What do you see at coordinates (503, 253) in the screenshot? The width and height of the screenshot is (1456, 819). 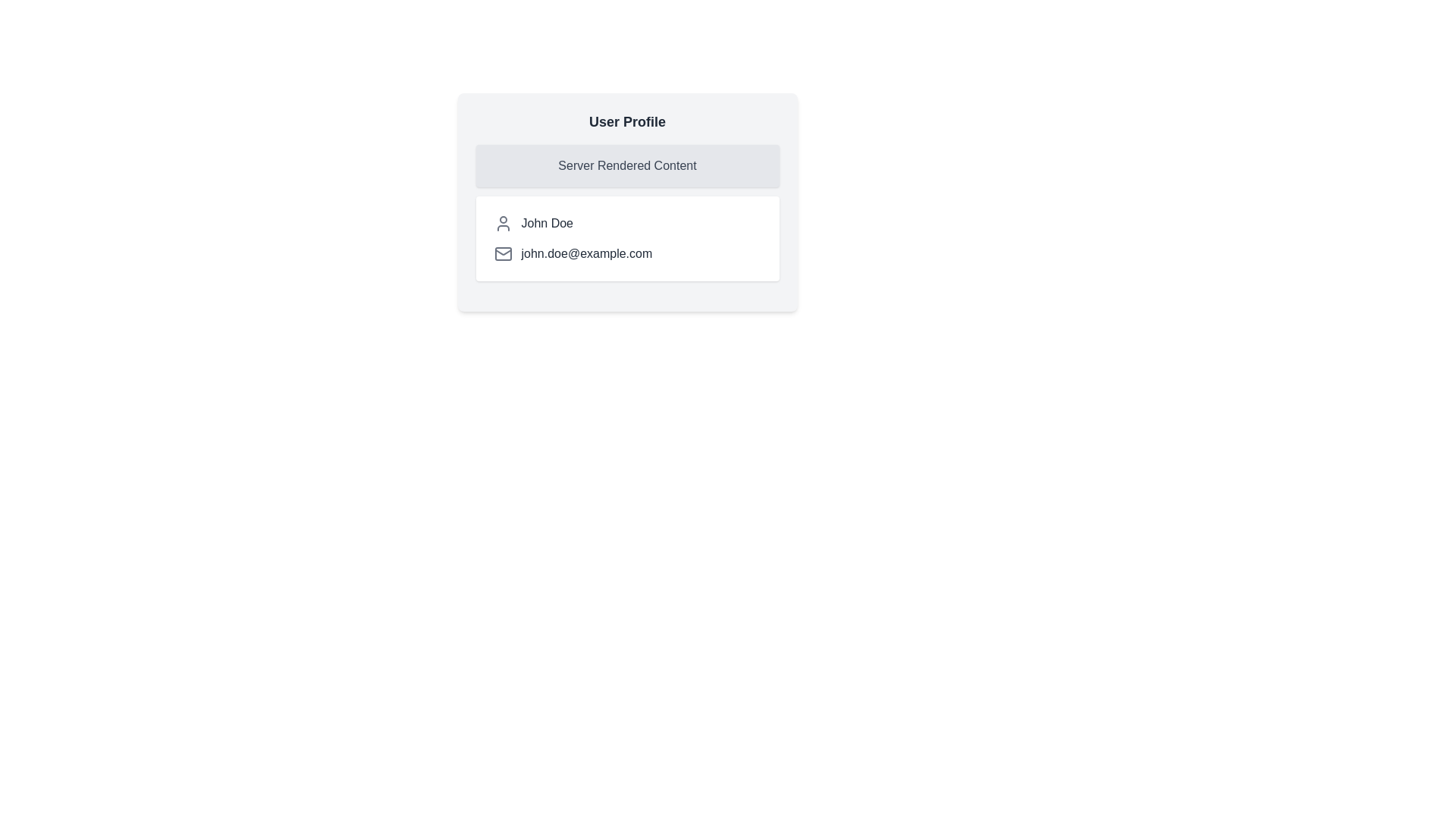 I see `the envelope icon representing email, which is located to the left of the email address 'john.doe@example.com'` at bounding box center [503, 253].